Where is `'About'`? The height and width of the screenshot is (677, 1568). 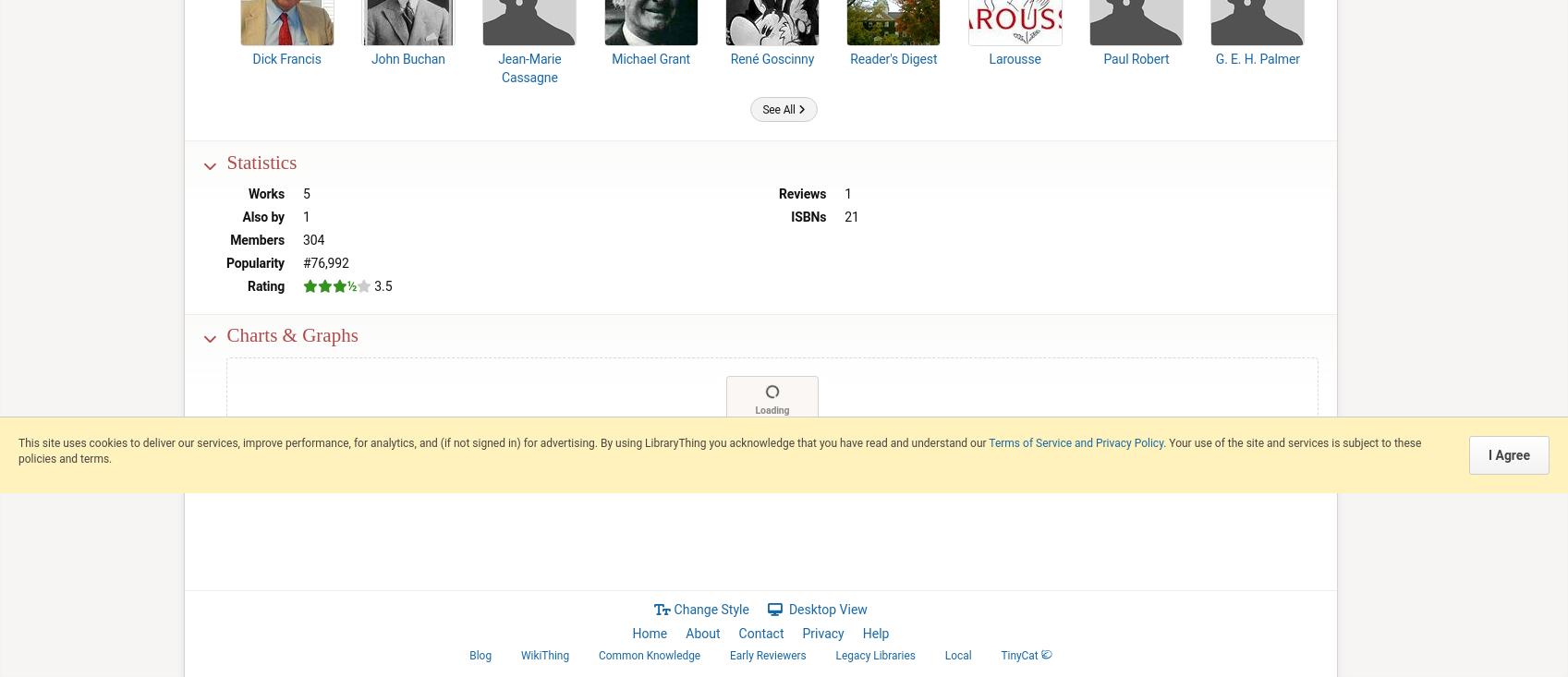
'About' is located at coordinates (701, 634).